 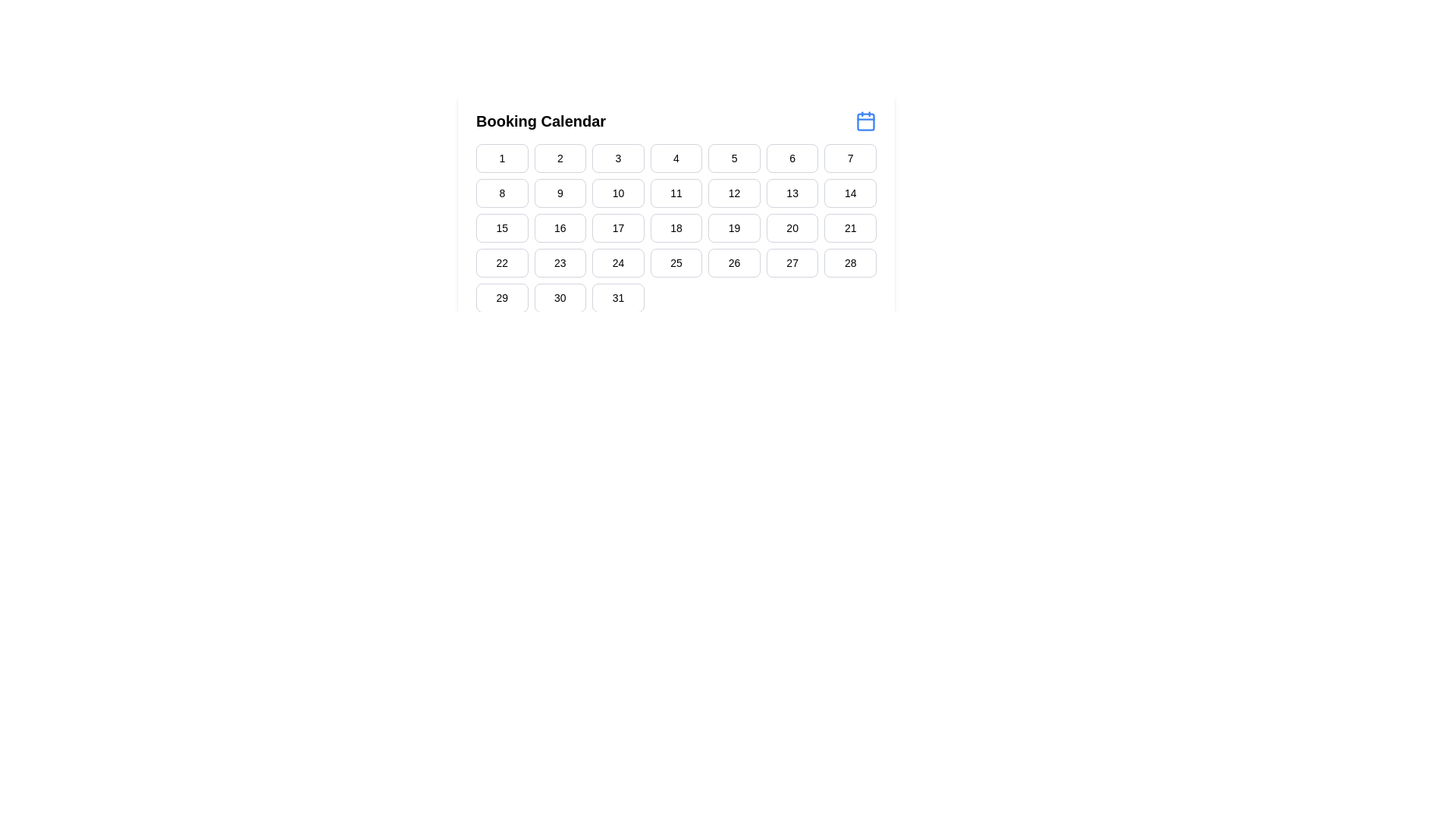 I want to click on the calendar icon with a blue outline located at the top right corner of the header section next to the 'Booking Calendar' title, so click(x=866, y=120).